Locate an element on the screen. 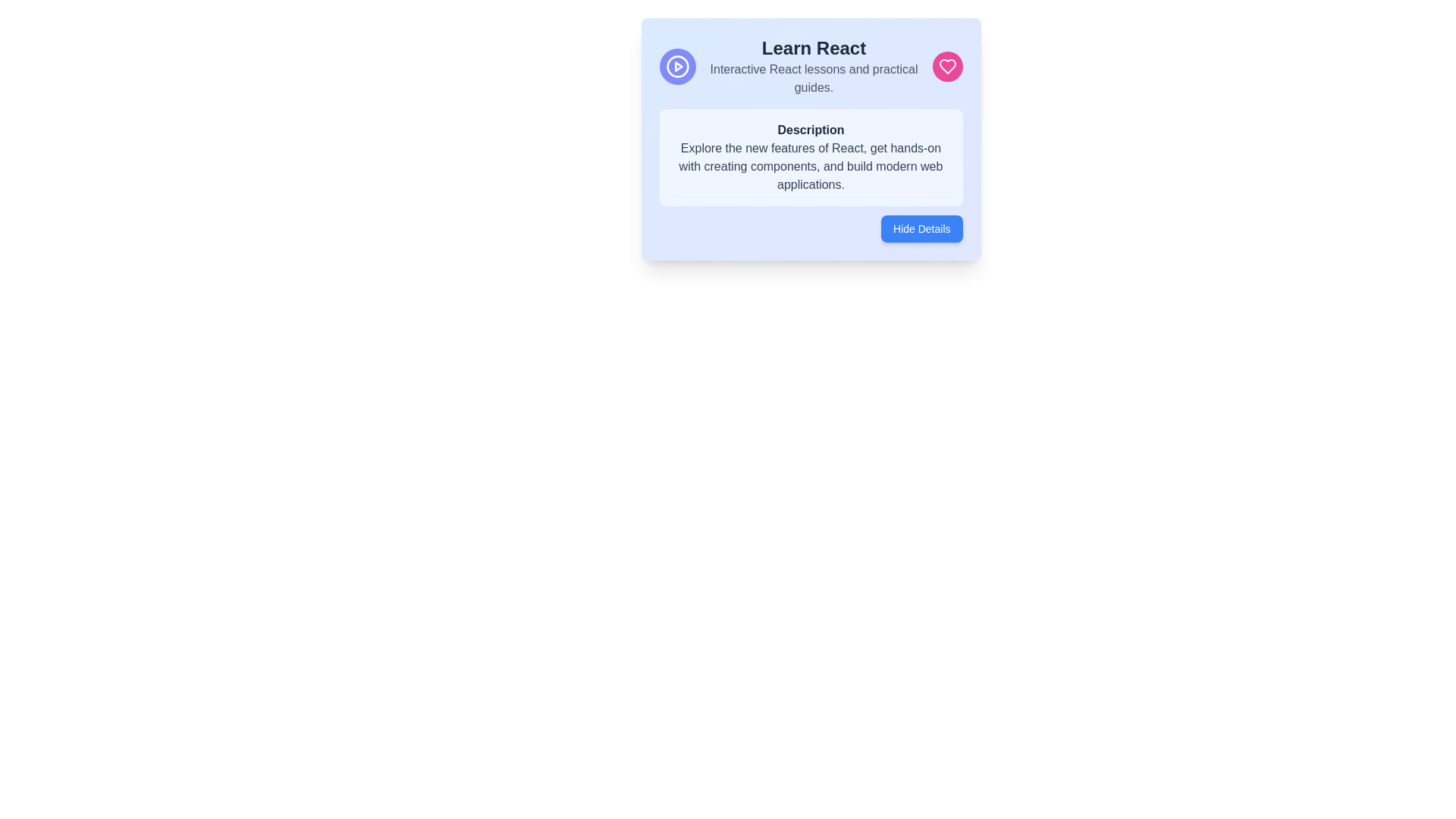  the bold and large header text that reads 'Learn React', which is positioned at the top of the information card is located at coordinates (813, 48).